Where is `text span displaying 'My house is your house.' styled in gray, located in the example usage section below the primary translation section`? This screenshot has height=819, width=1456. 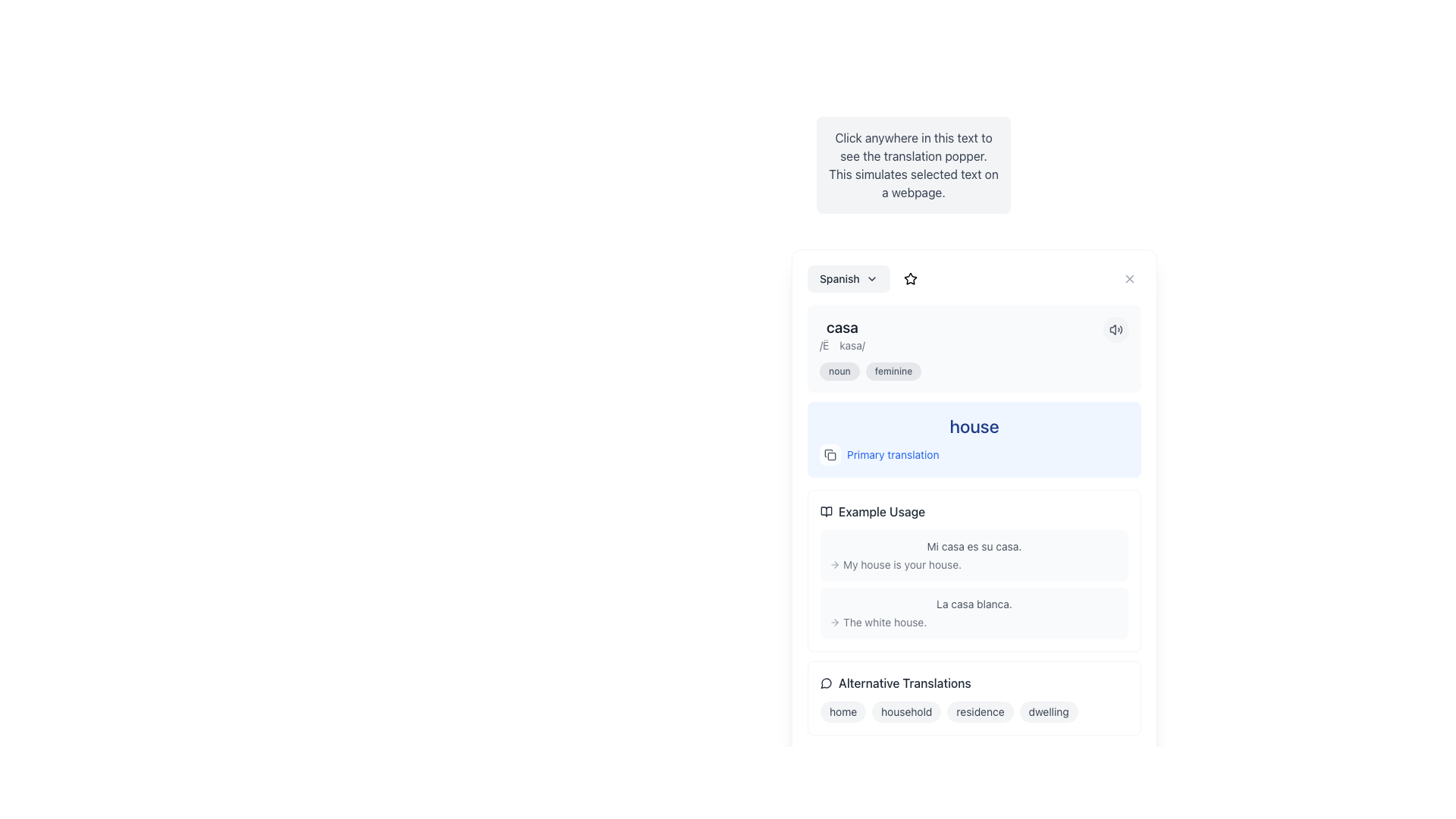
text span displaying 'My house is your house.' styled in gray, located in the example usage section below the primary translation section is located at coordinates (902, 564).